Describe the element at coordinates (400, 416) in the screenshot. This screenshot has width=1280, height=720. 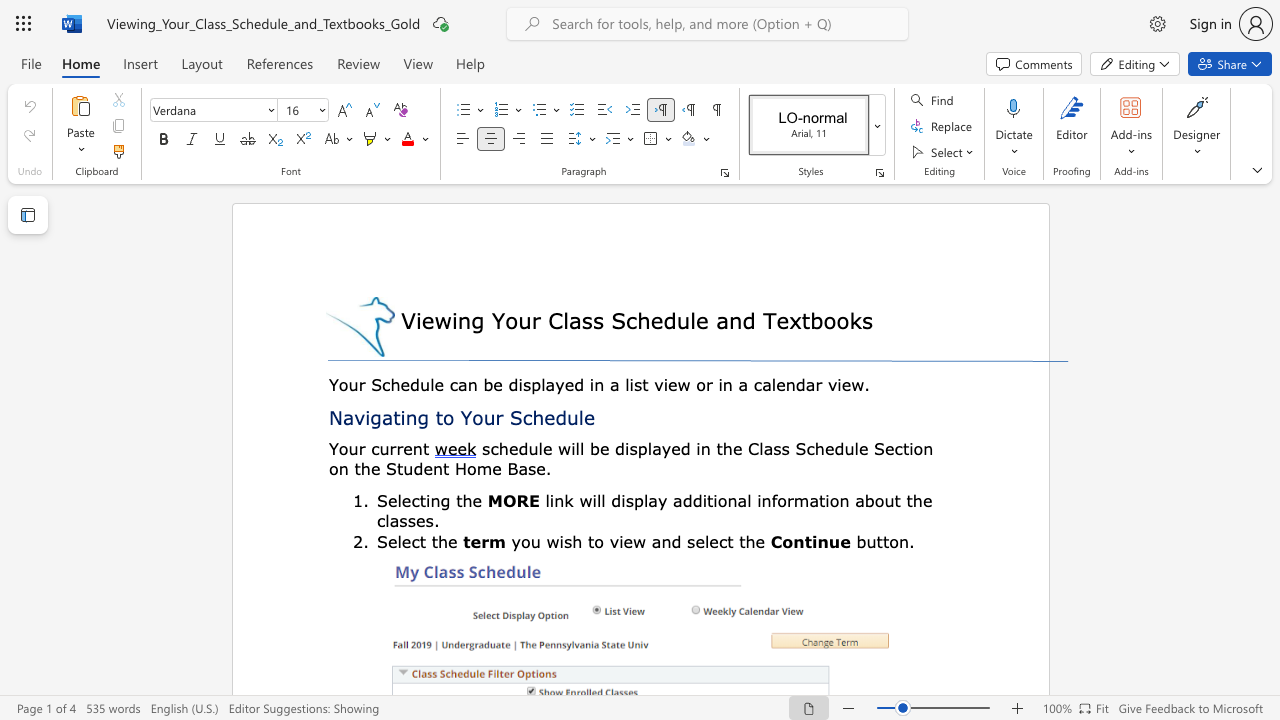
I see `the subset text "ing t" within the text "Navigating to Your Schedule"` at that location.